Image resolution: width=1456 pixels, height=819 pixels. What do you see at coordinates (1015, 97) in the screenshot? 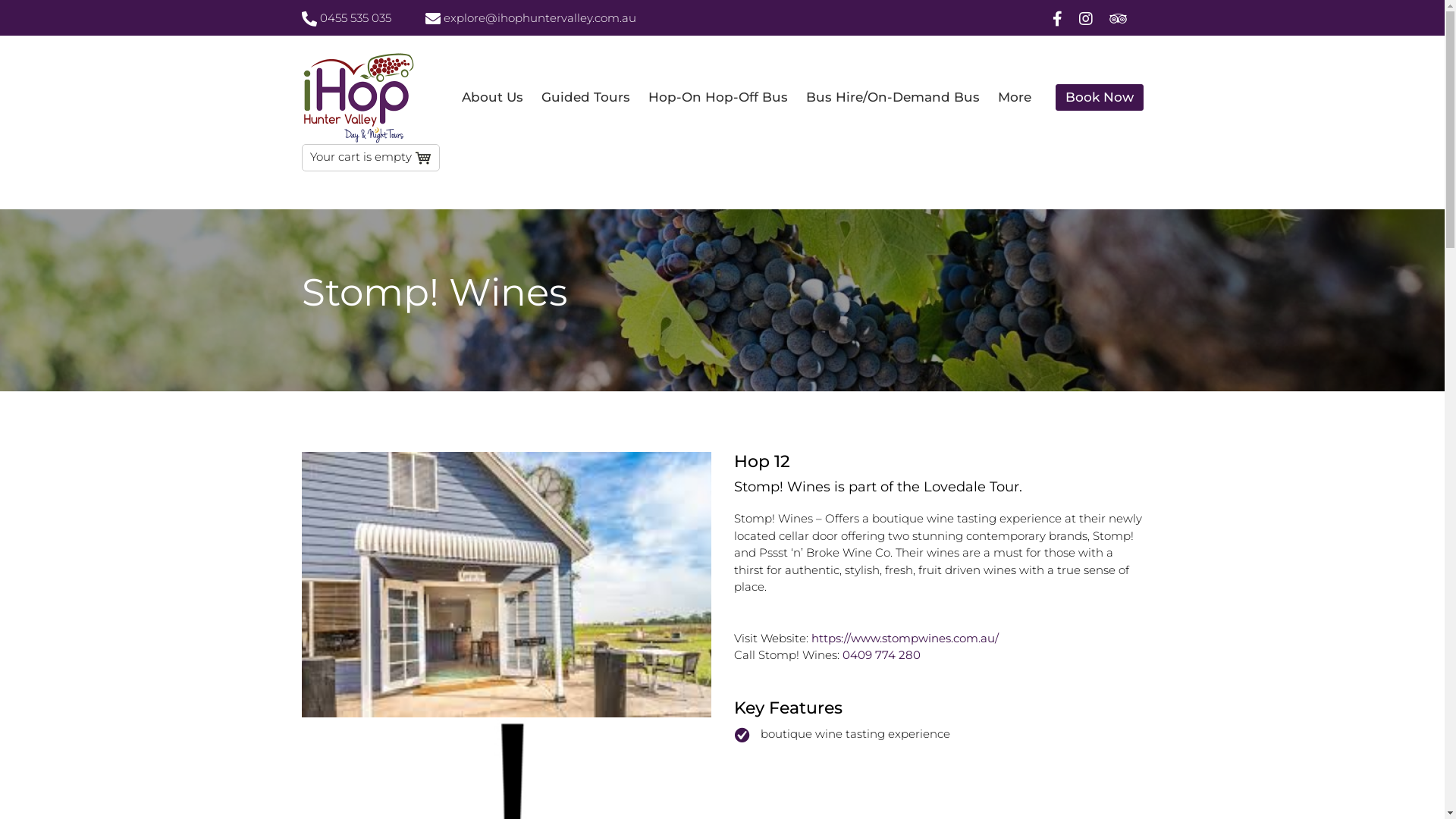
I see `'More'` at bounding box center [1015, 97].